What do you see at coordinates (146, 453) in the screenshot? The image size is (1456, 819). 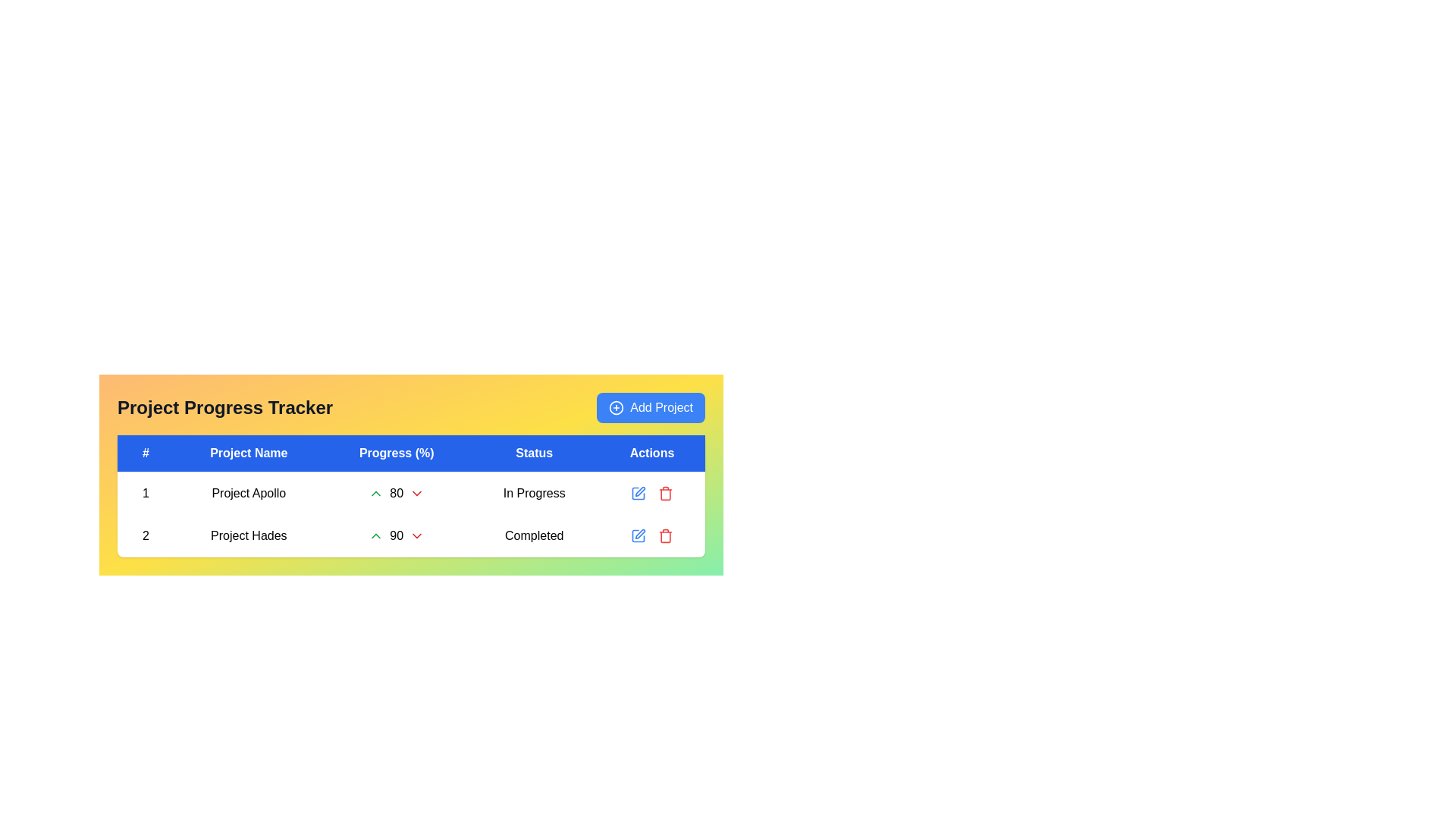 I see `header label of the table header cell located in the top left corner of the table, which contains the text '#' styled in white on a blue background` at bounding box center [146, 453].